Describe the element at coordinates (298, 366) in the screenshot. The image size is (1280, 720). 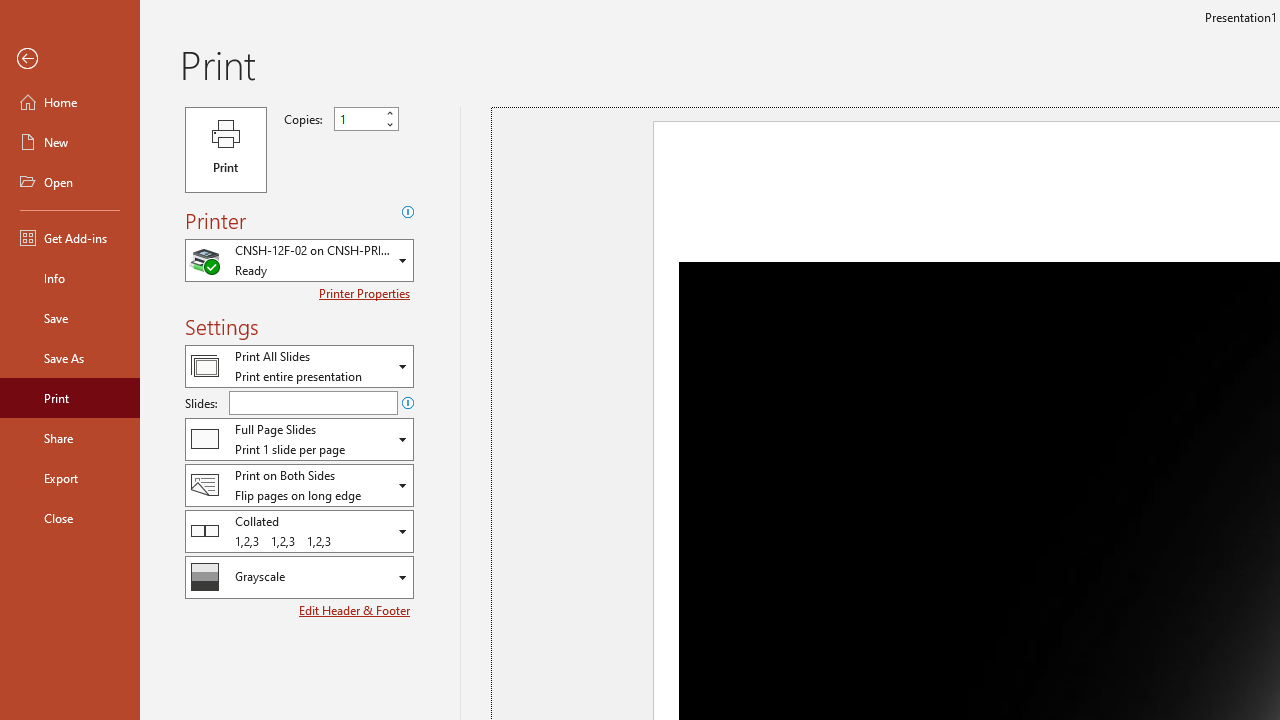
I see `'Print What'` at that location.